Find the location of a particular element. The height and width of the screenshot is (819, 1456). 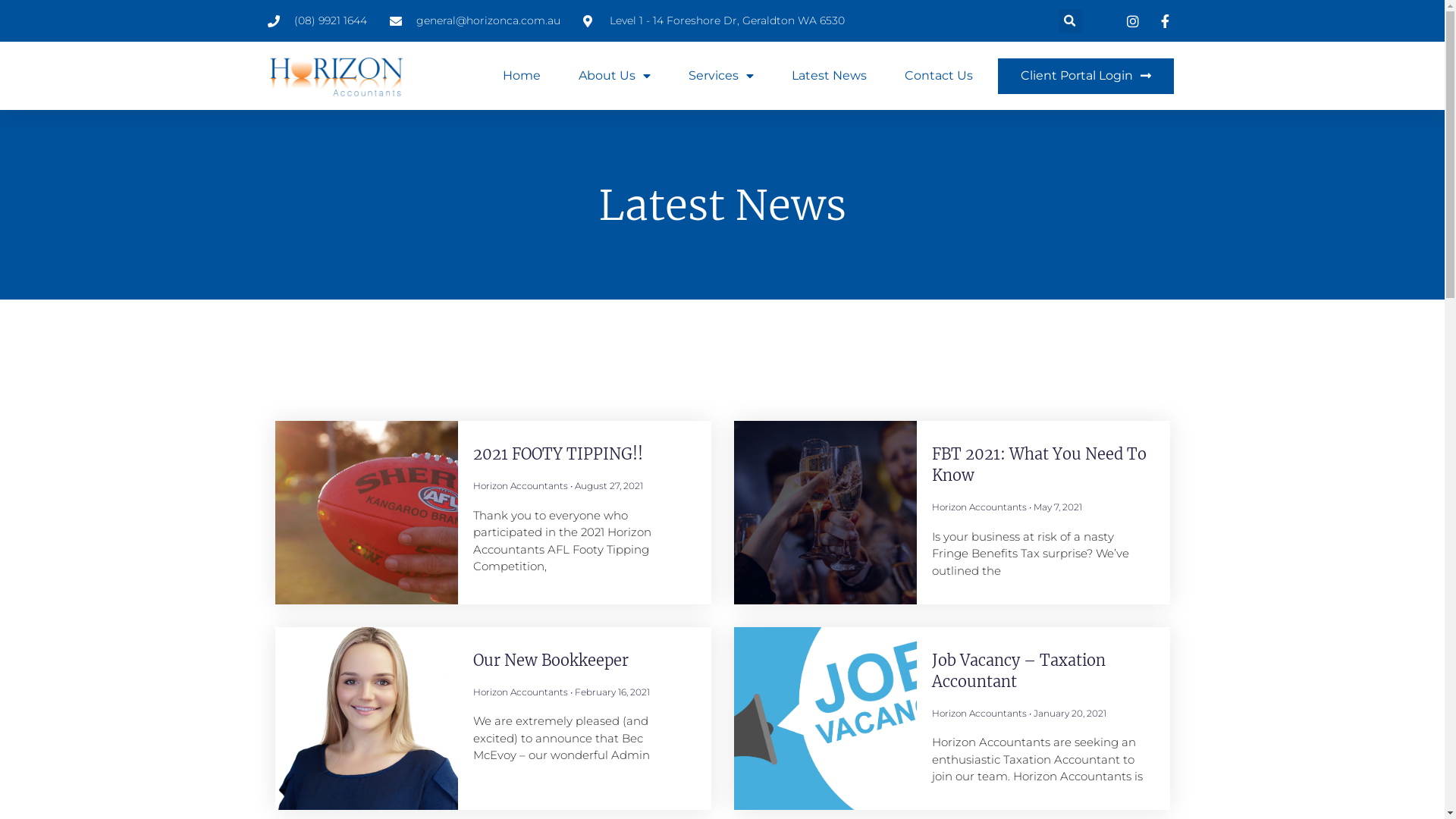

'2021 FOOTY TIPPING!!' is located at coordinates (472, 453).